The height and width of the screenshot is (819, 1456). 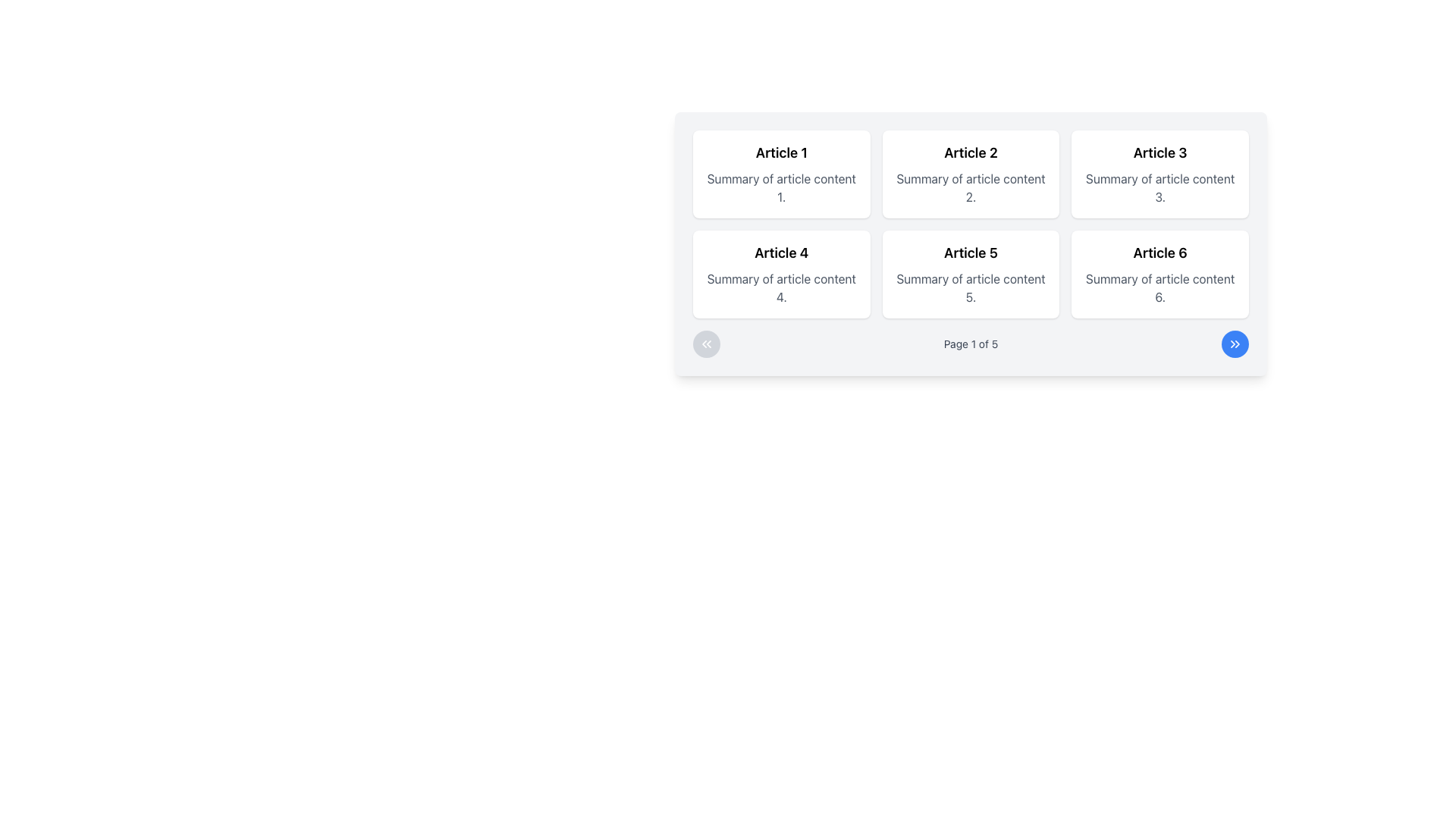 I want to click on the circular button located at the bottom-left corner of the interface, so click(x=705, y=344).